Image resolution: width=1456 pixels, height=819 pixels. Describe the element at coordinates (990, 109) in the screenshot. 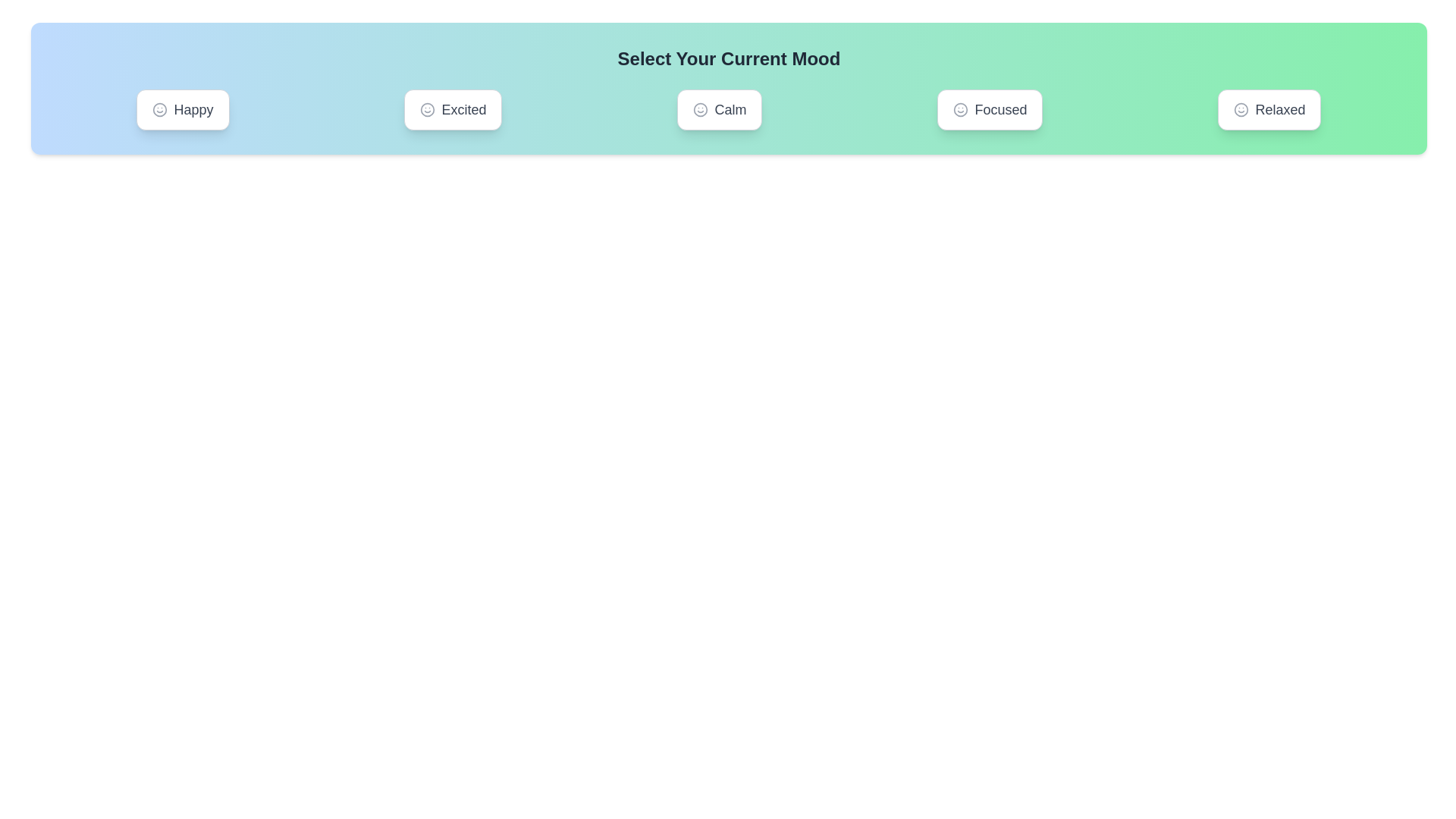

I see `the mood Focused by clicking on its corresponding button` at that location.